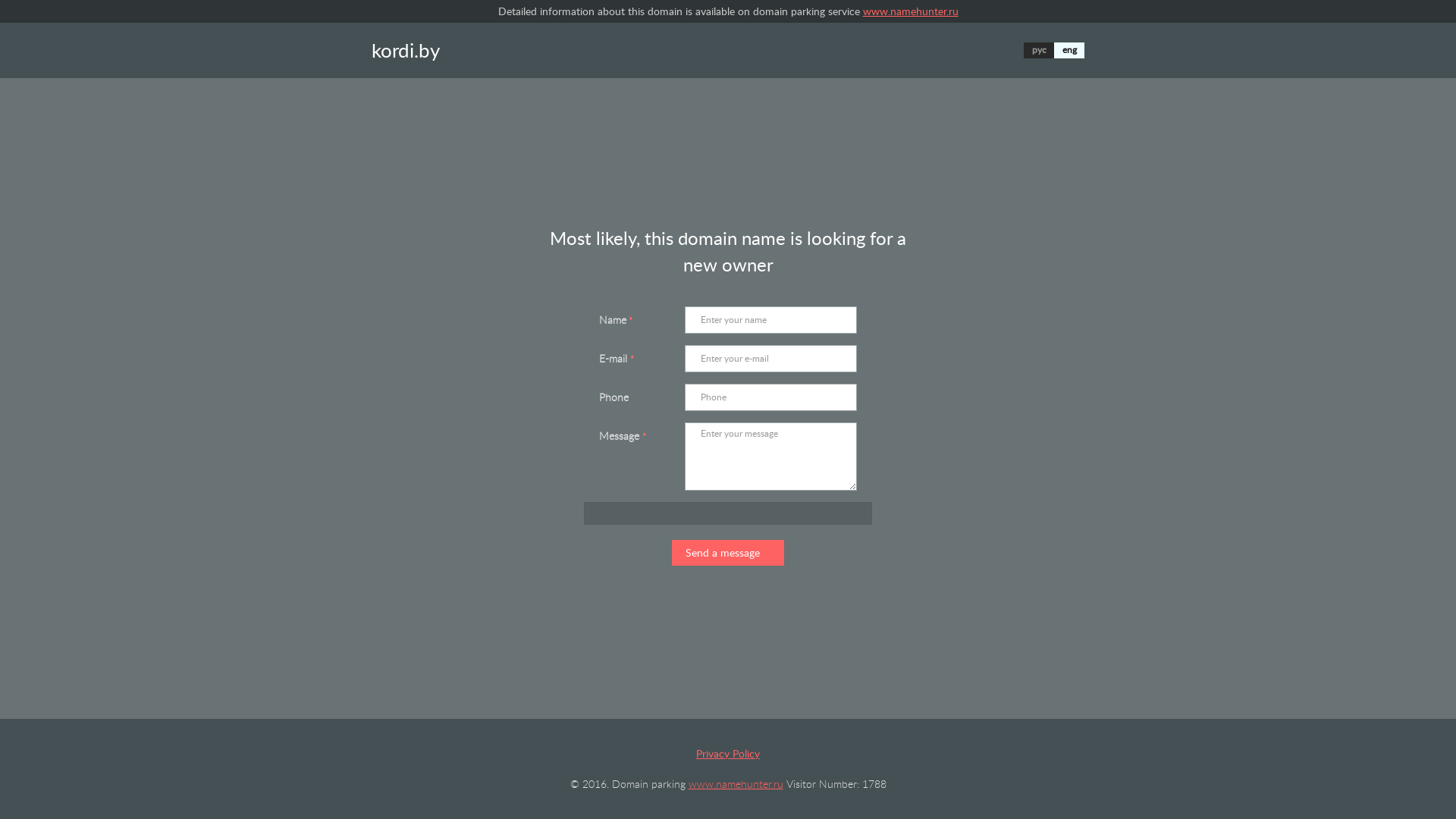  I want to click on 'Send a message', so click(671, 553).